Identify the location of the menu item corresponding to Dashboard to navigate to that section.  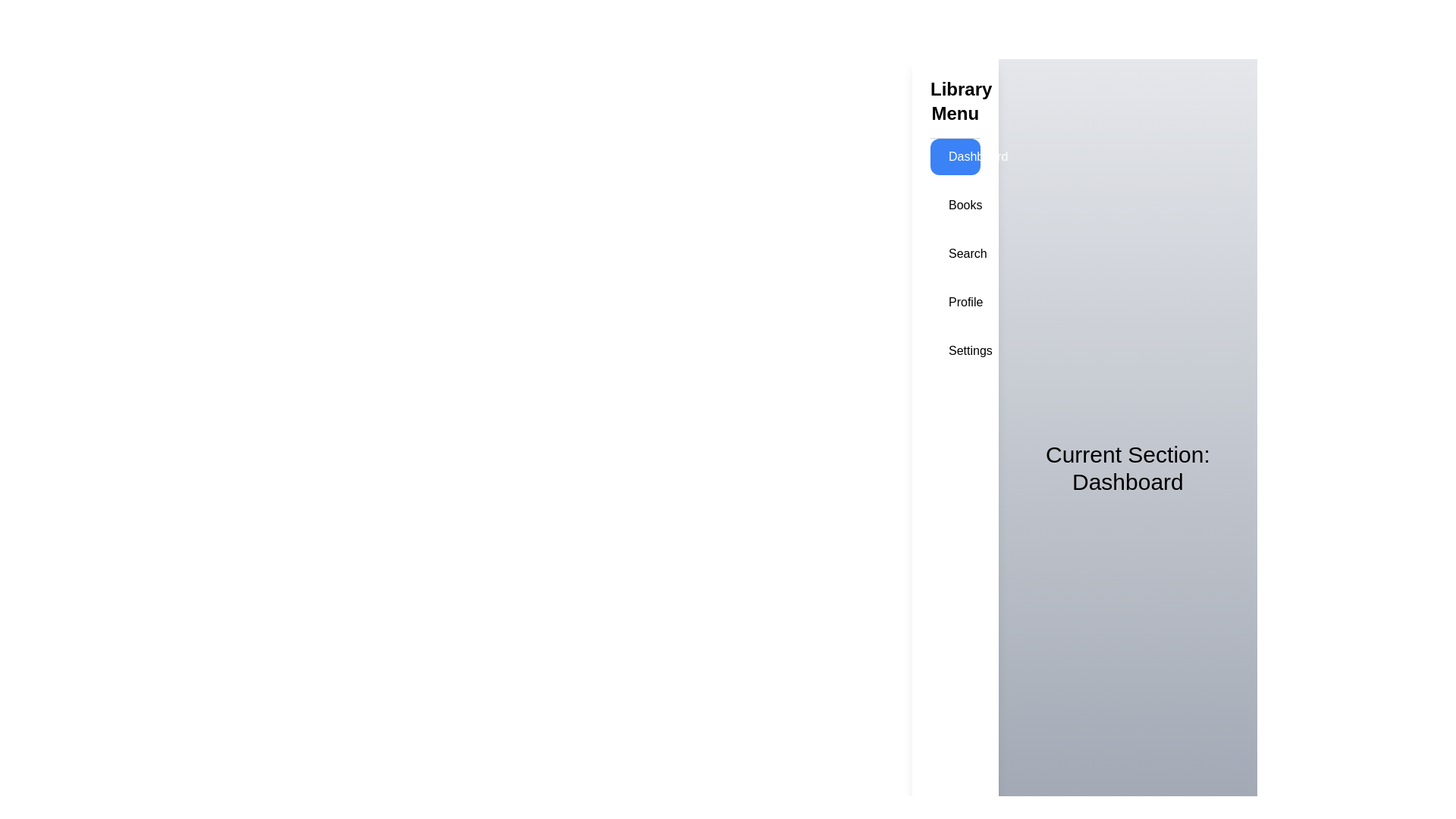
(954, 157).